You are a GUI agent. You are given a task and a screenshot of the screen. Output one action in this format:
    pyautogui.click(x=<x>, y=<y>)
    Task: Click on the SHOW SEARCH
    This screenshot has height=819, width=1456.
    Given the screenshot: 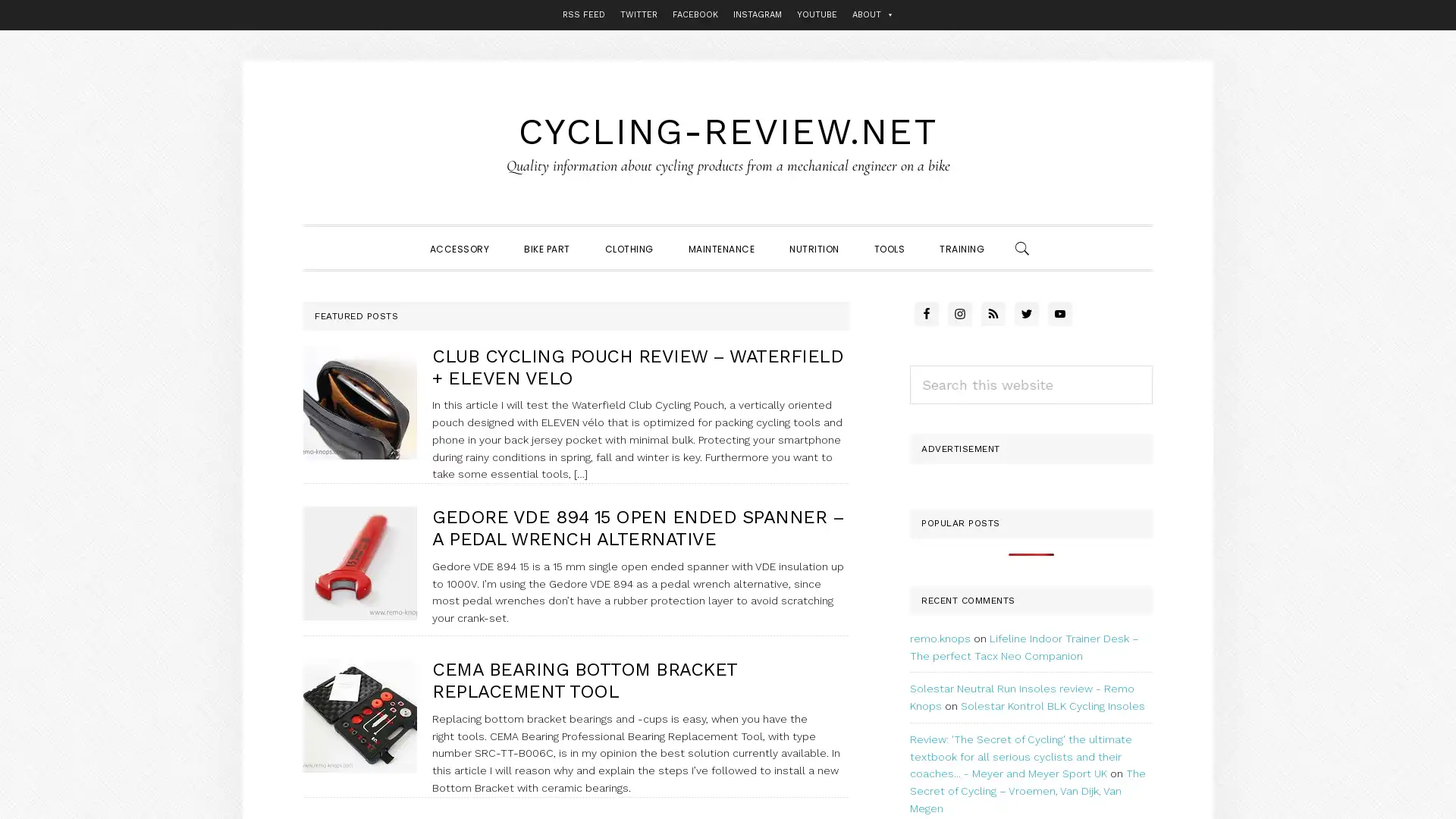 What is the action you would take?
    pyautogui.click(x=1022, y=246)
    